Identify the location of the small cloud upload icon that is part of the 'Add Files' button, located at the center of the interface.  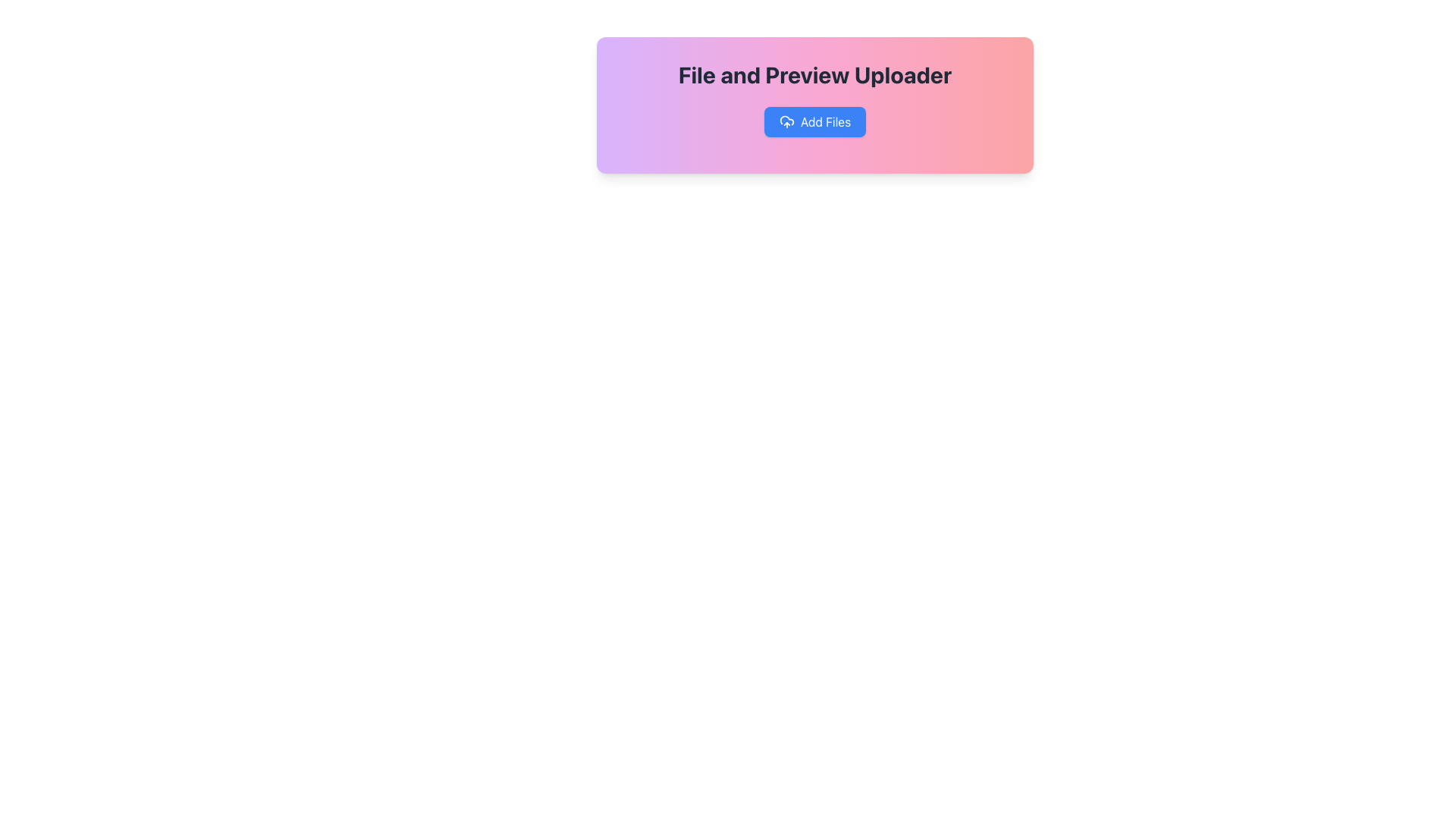
(786, 121).